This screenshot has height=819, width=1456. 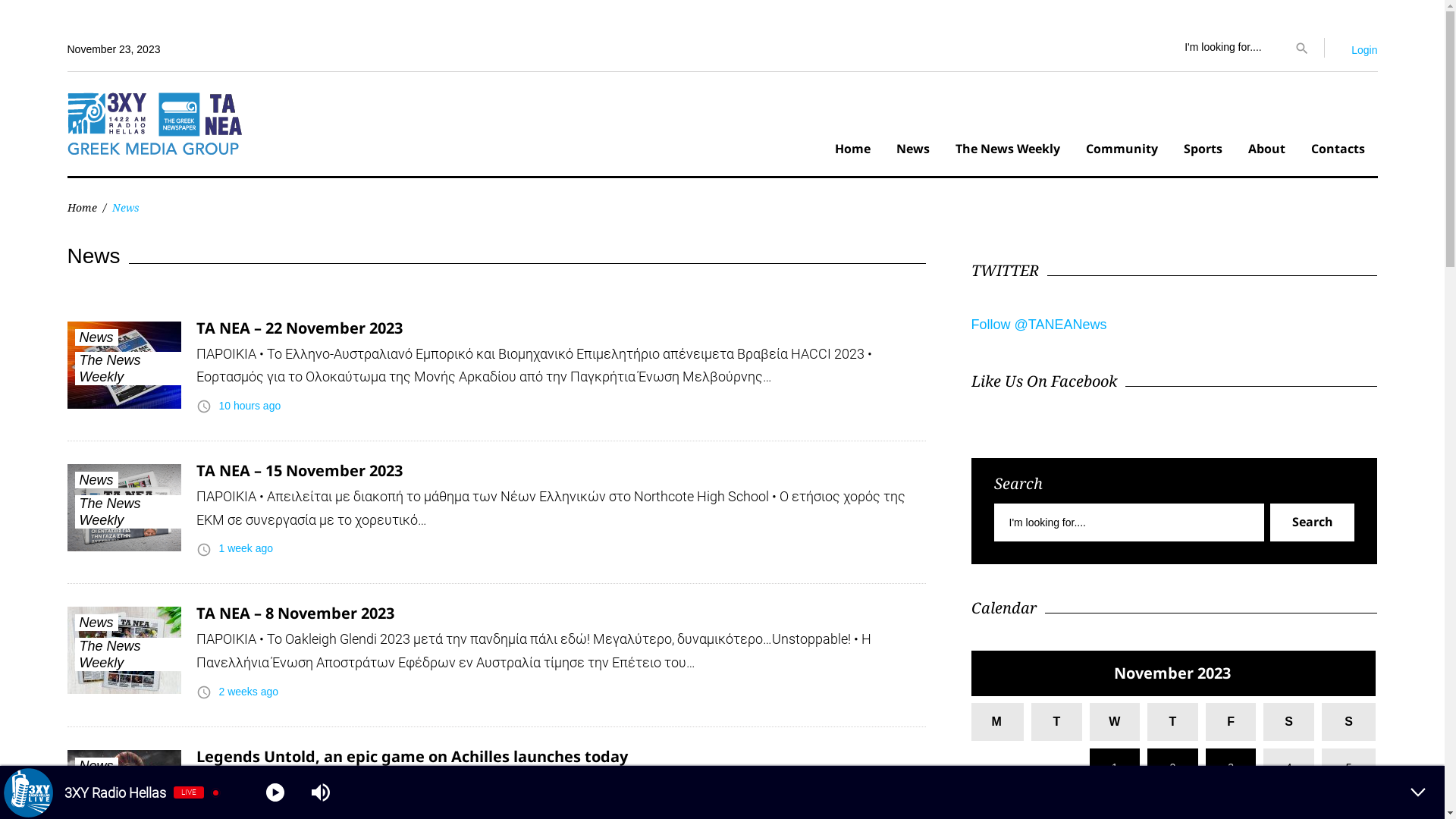 What do you see at coordinates (1417, 792) in the screenshot?
I see `'Minimize Player'` at bounding box center [1417, 792].